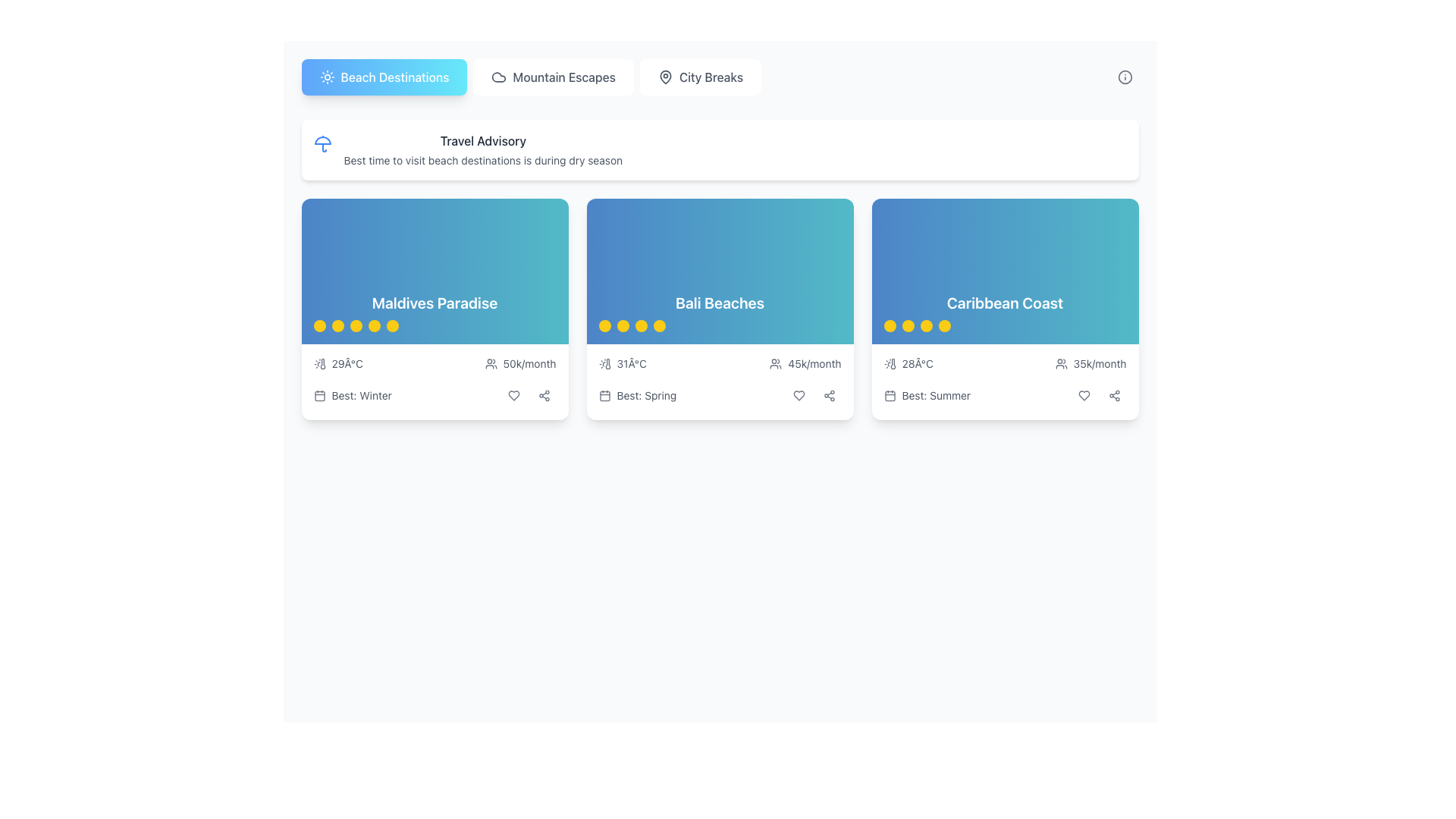 This screenshot has width=1456, height=819. What do you see at coordinates (392, 325) in the screenshot?
I see `the fifth yellow circle in the row of visual indicators for the 'Maldives Paradise' card` at bounding box center [392, 325].